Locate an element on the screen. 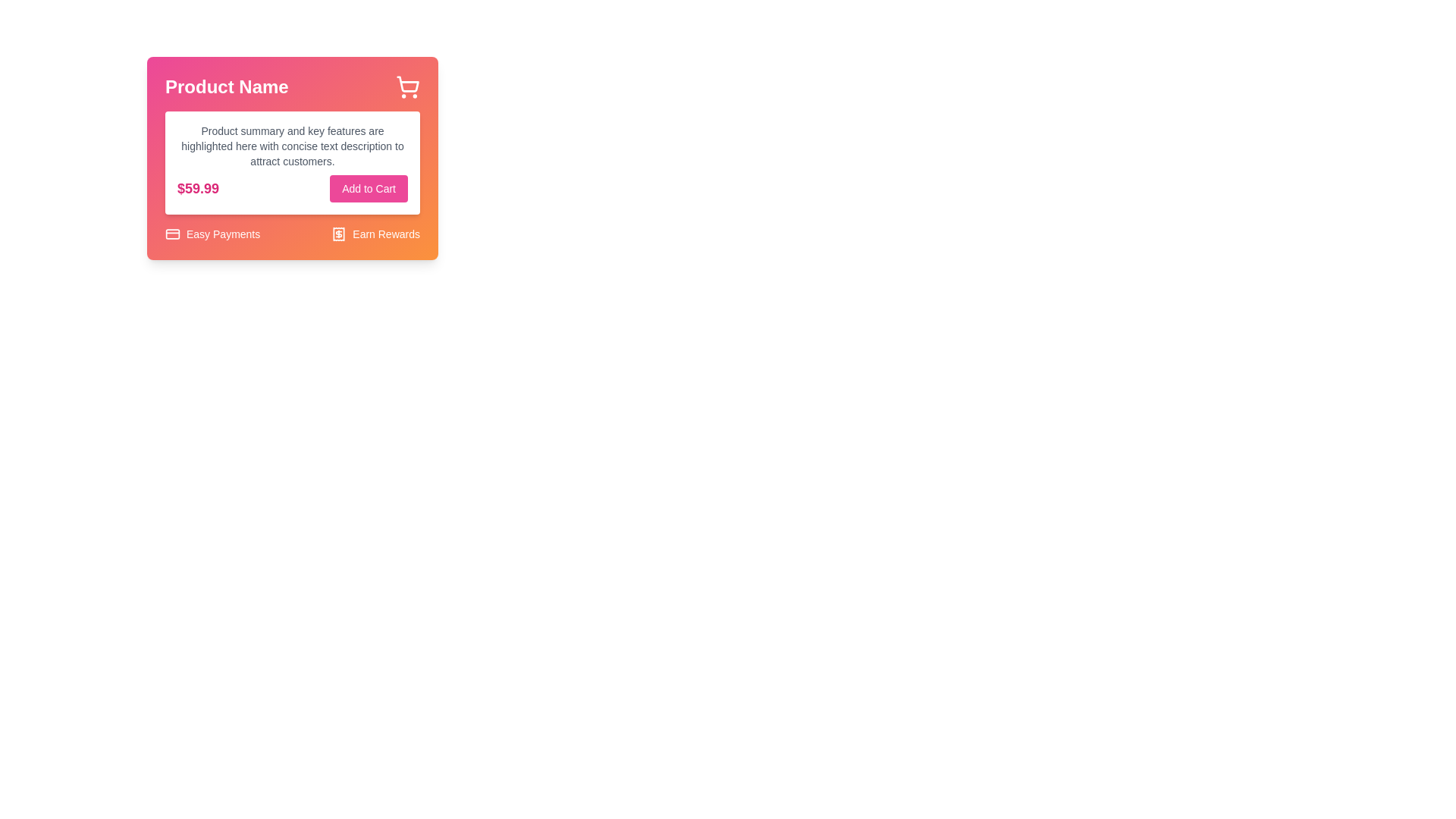  the text label located in the bottom-left section of the interface, which is positioned to the right of a credit card icon and to the left of the 'Earn Rewards' text label is located at coordinates (222, 234).